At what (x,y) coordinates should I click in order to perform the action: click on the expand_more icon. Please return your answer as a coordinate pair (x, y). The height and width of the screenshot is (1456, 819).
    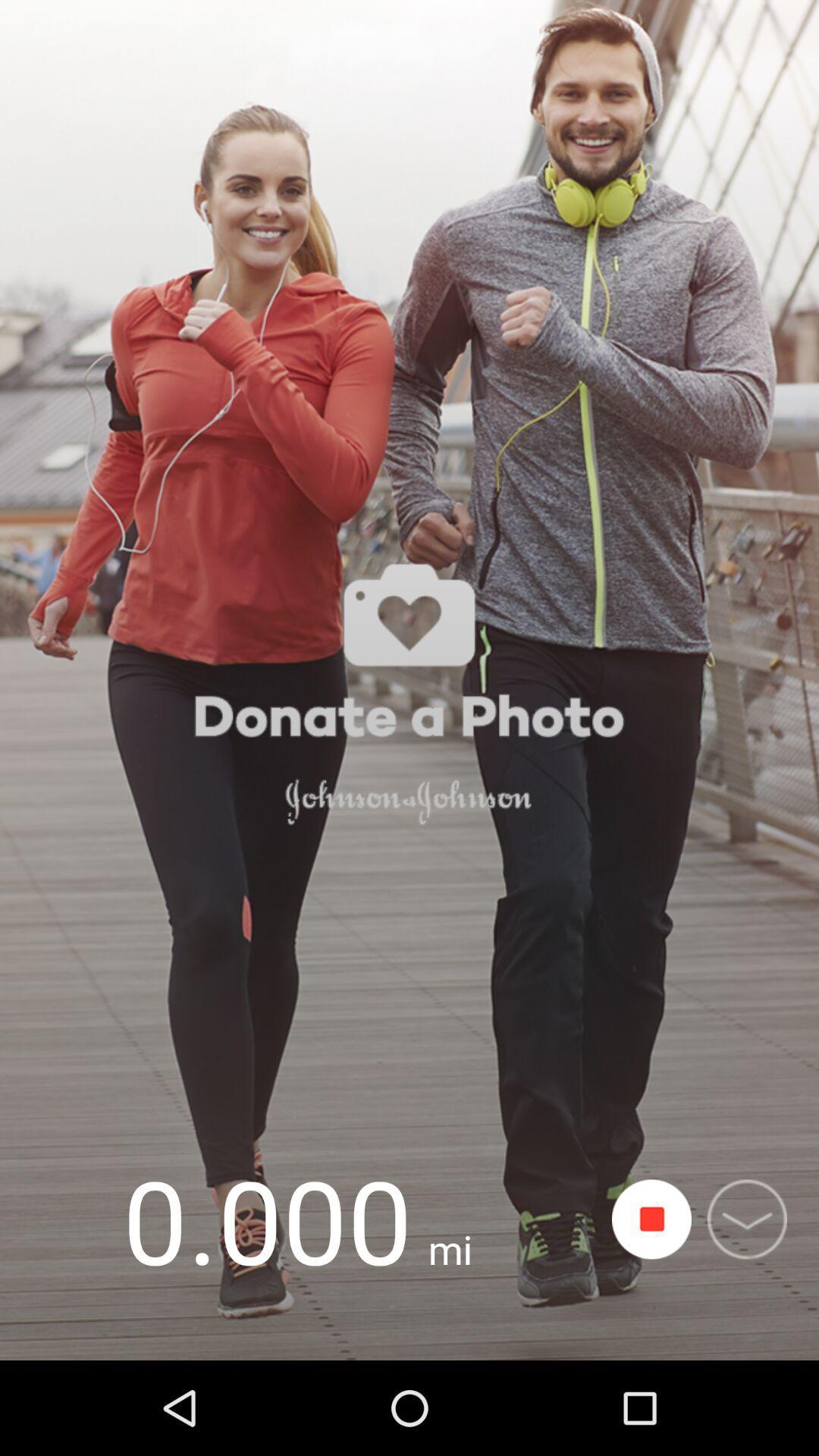
    Looking at the image, I should click on (746, 1219).